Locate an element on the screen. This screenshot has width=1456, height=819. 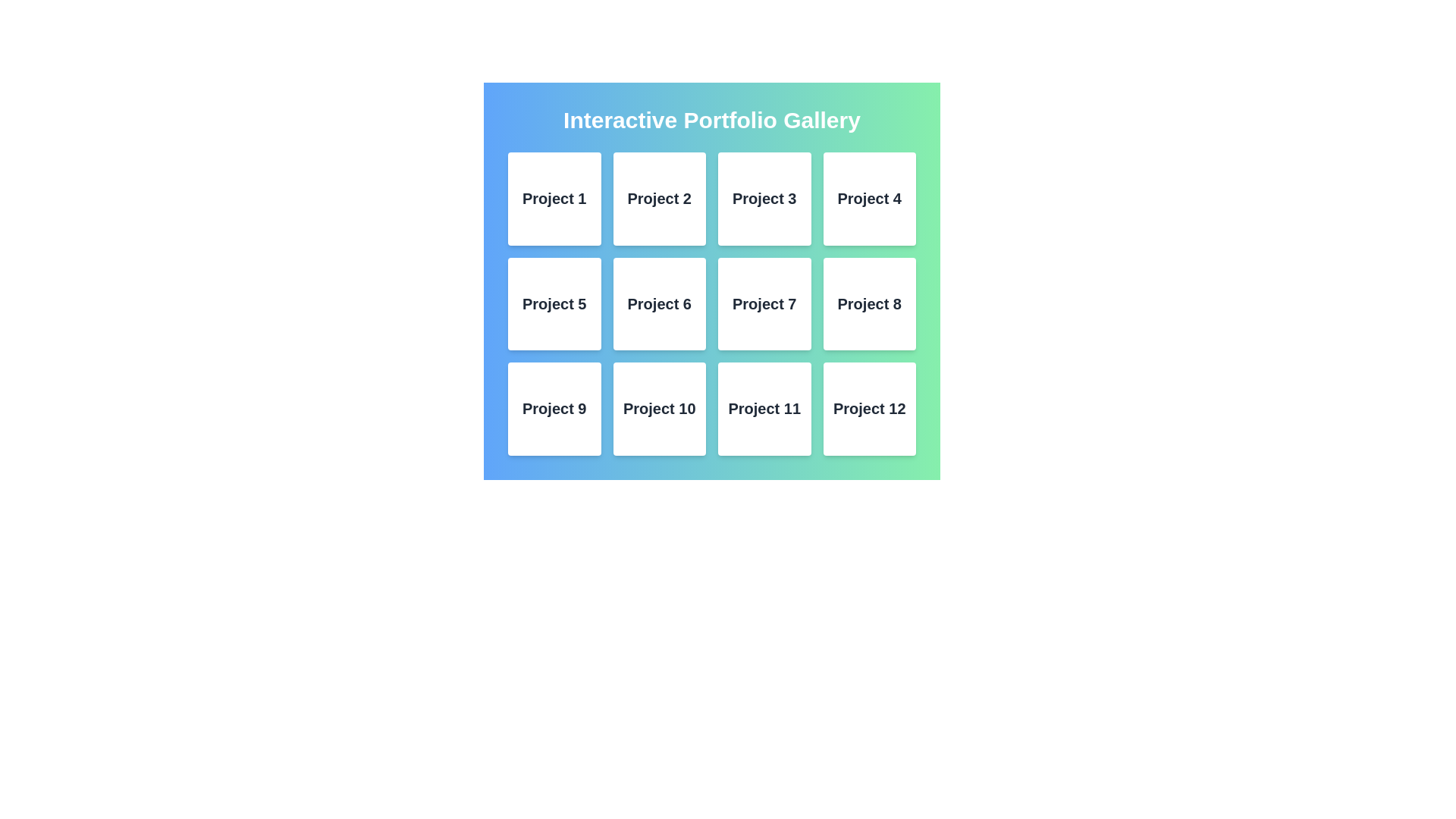
the third card in the last row of the grid layout, which has a white background, rounded corners, and contains the bold text 'Project 11' is located at coordinates (764, 408).